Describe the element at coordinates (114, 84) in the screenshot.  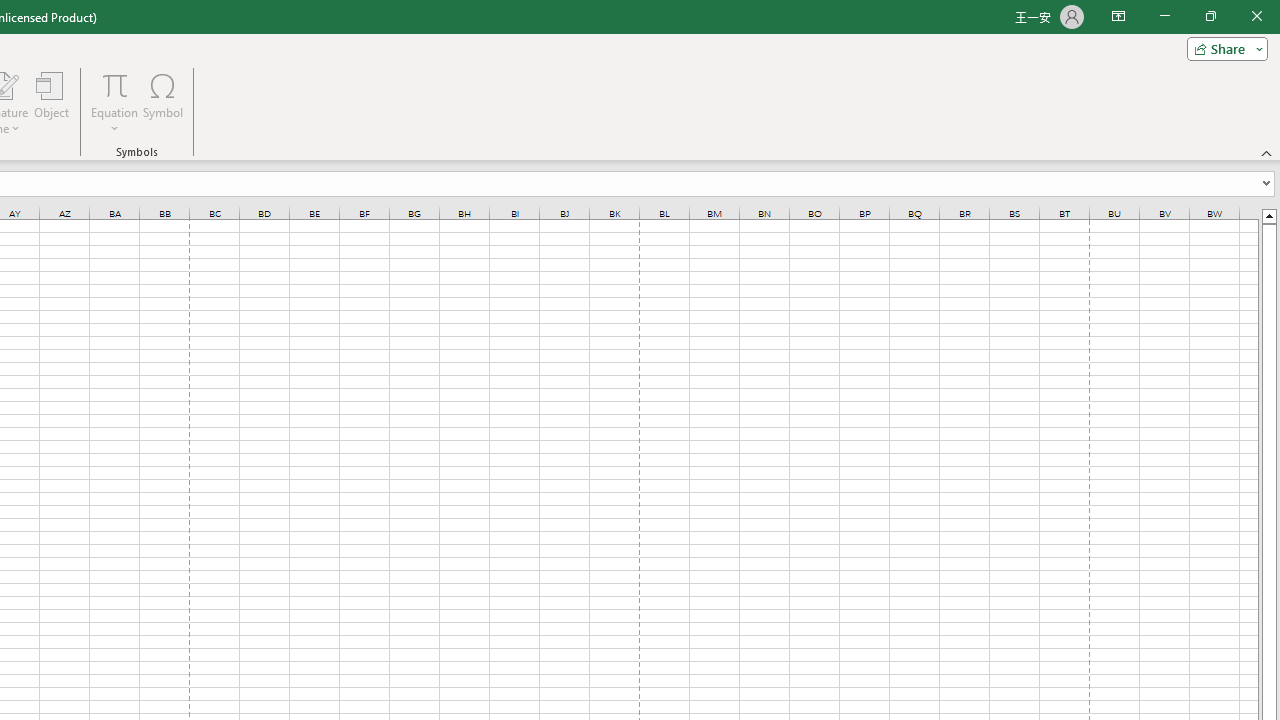
I see `'Equation'` at that location.